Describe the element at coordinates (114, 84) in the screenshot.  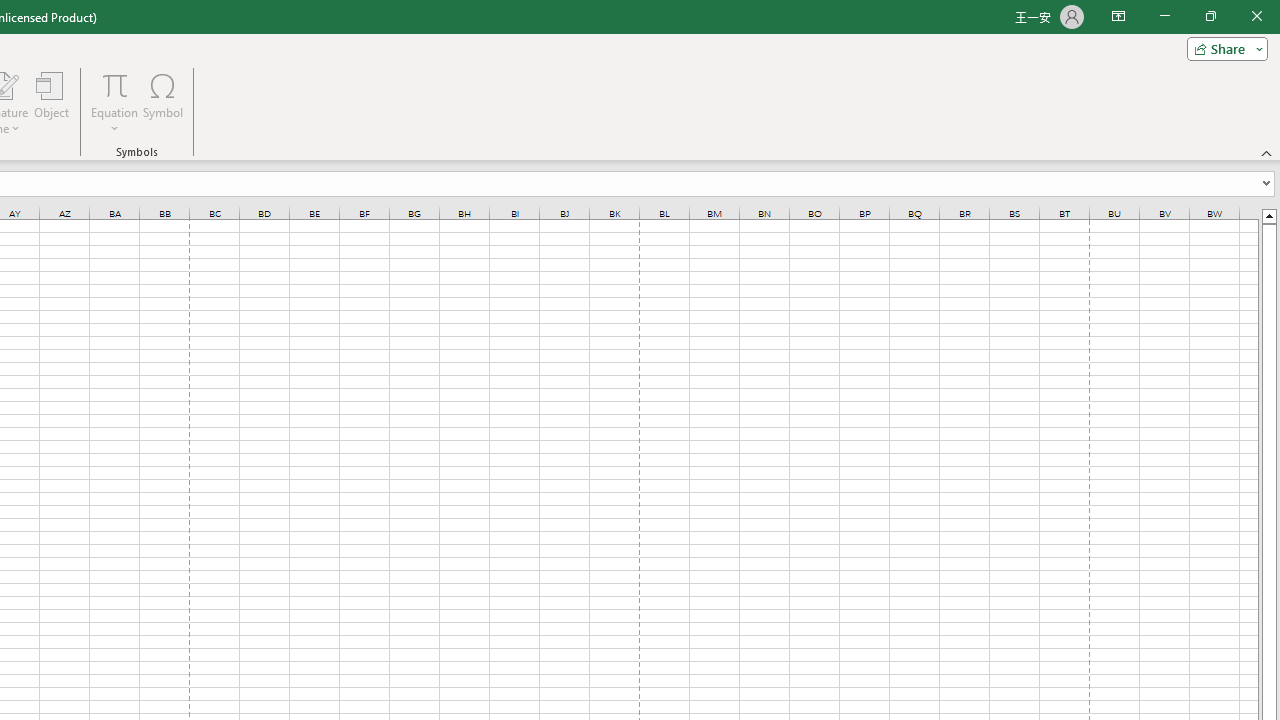
I see `'Equation'` at that location.